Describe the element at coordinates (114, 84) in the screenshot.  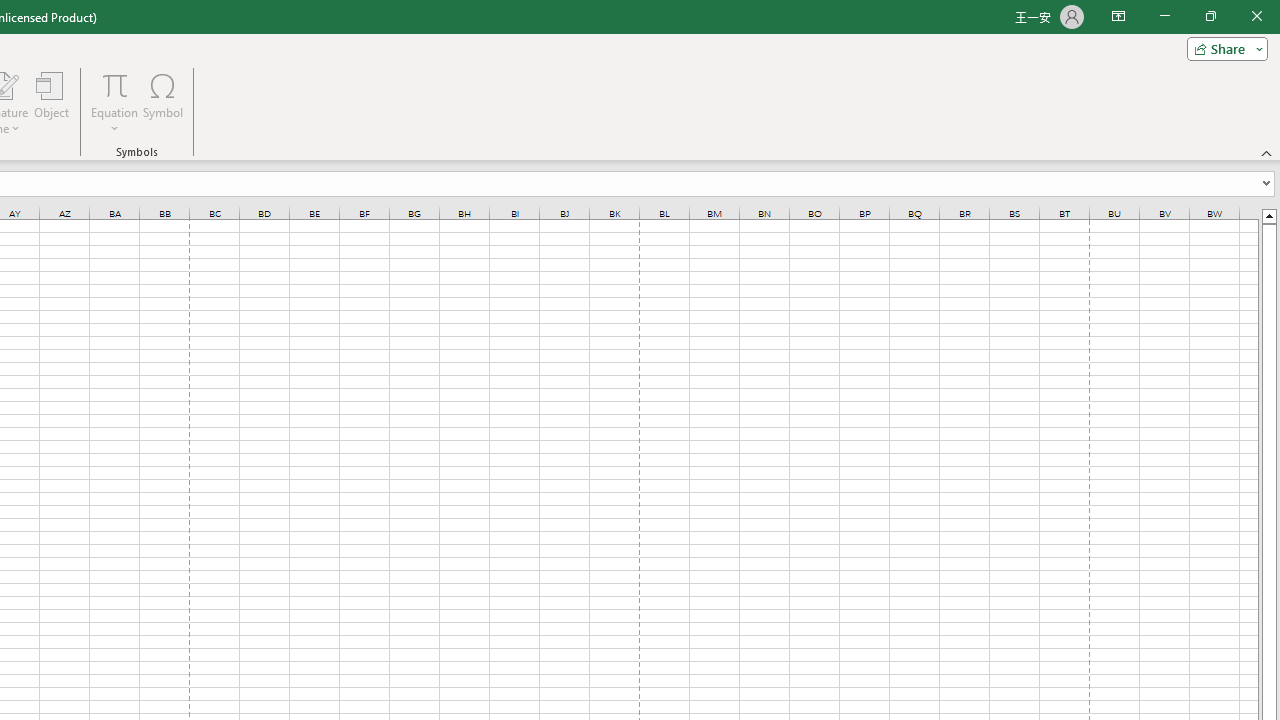
I see `'Equation'` at that location.